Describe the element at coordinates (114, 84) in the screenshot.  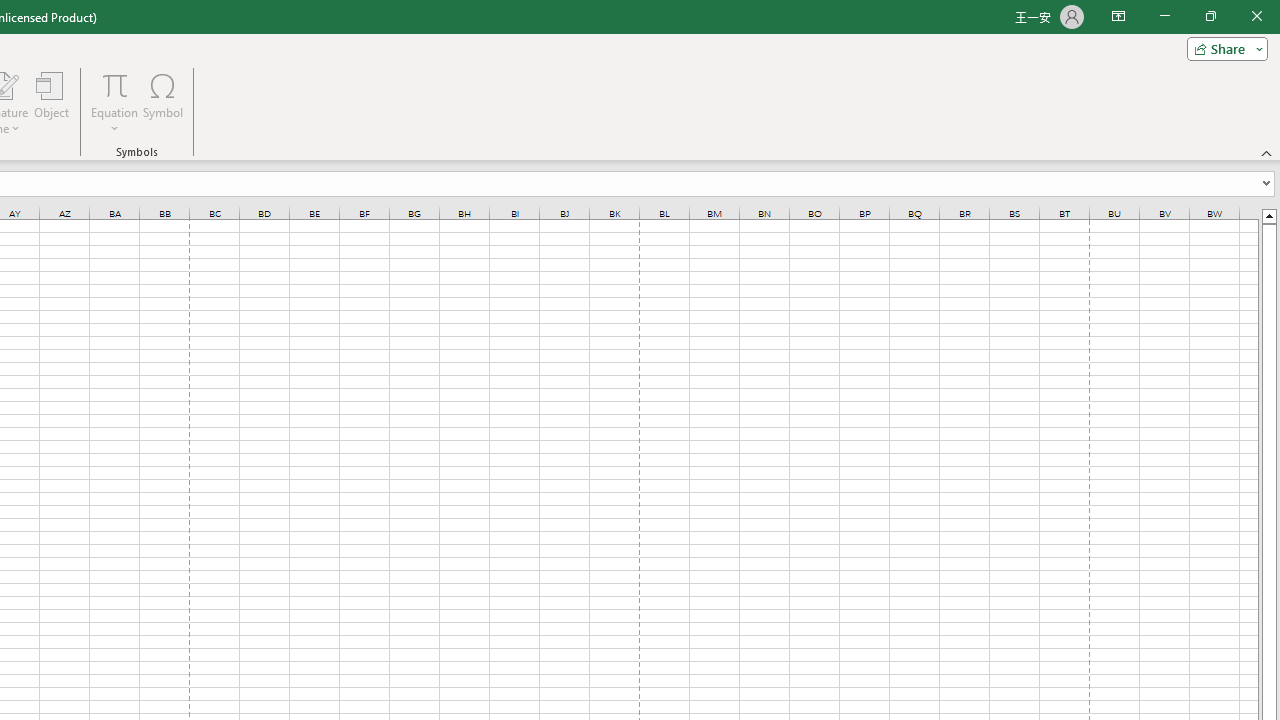
I see `'Equation'` at that location.